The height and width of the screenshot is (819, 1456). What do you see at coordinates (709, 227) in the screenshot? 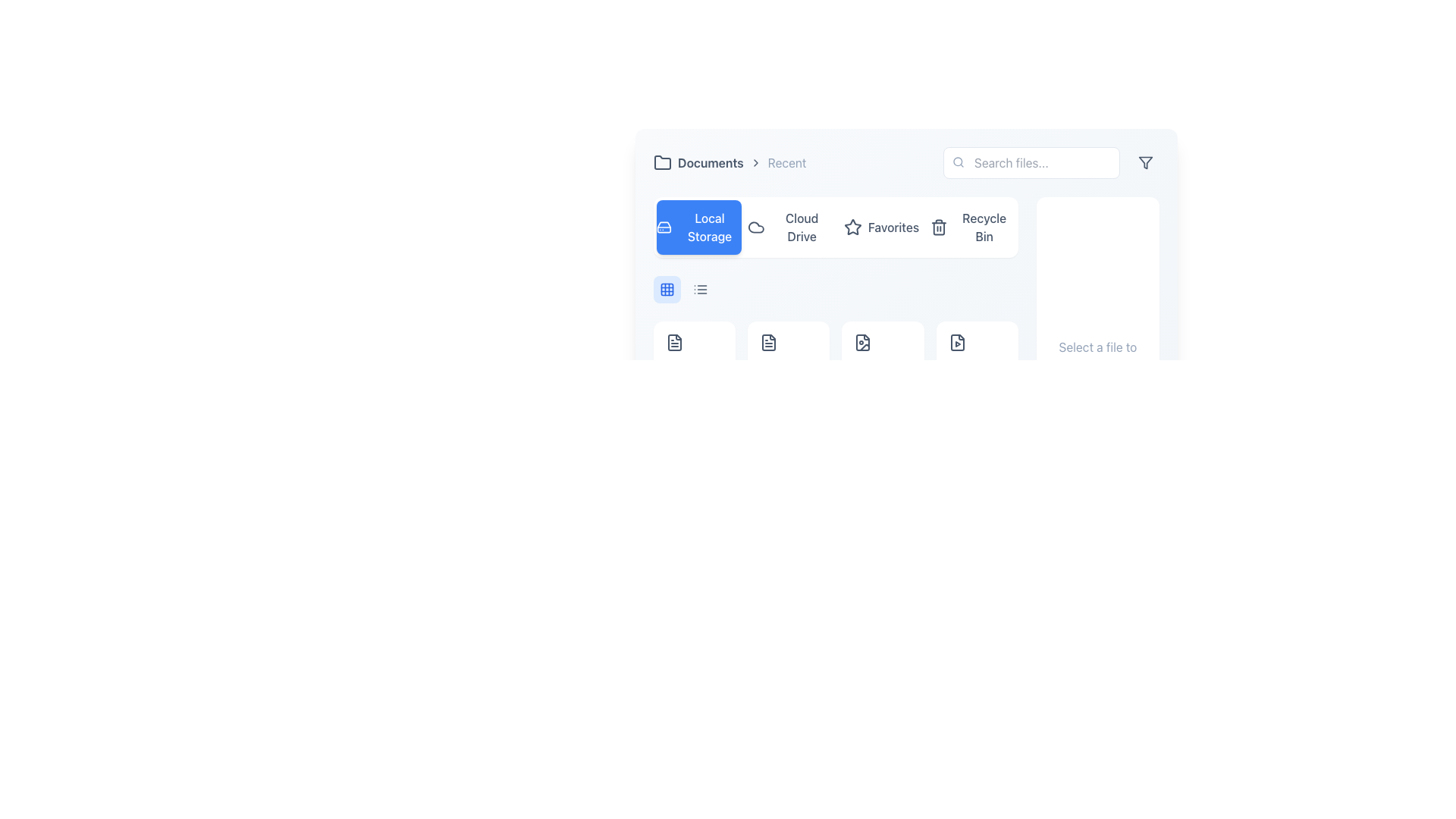
I see `the 'Local Storage' label text element, which is part of a button positioned at the top-left section of the interface and located to the right of a hard drive icon` at bounding box center [709, 227].